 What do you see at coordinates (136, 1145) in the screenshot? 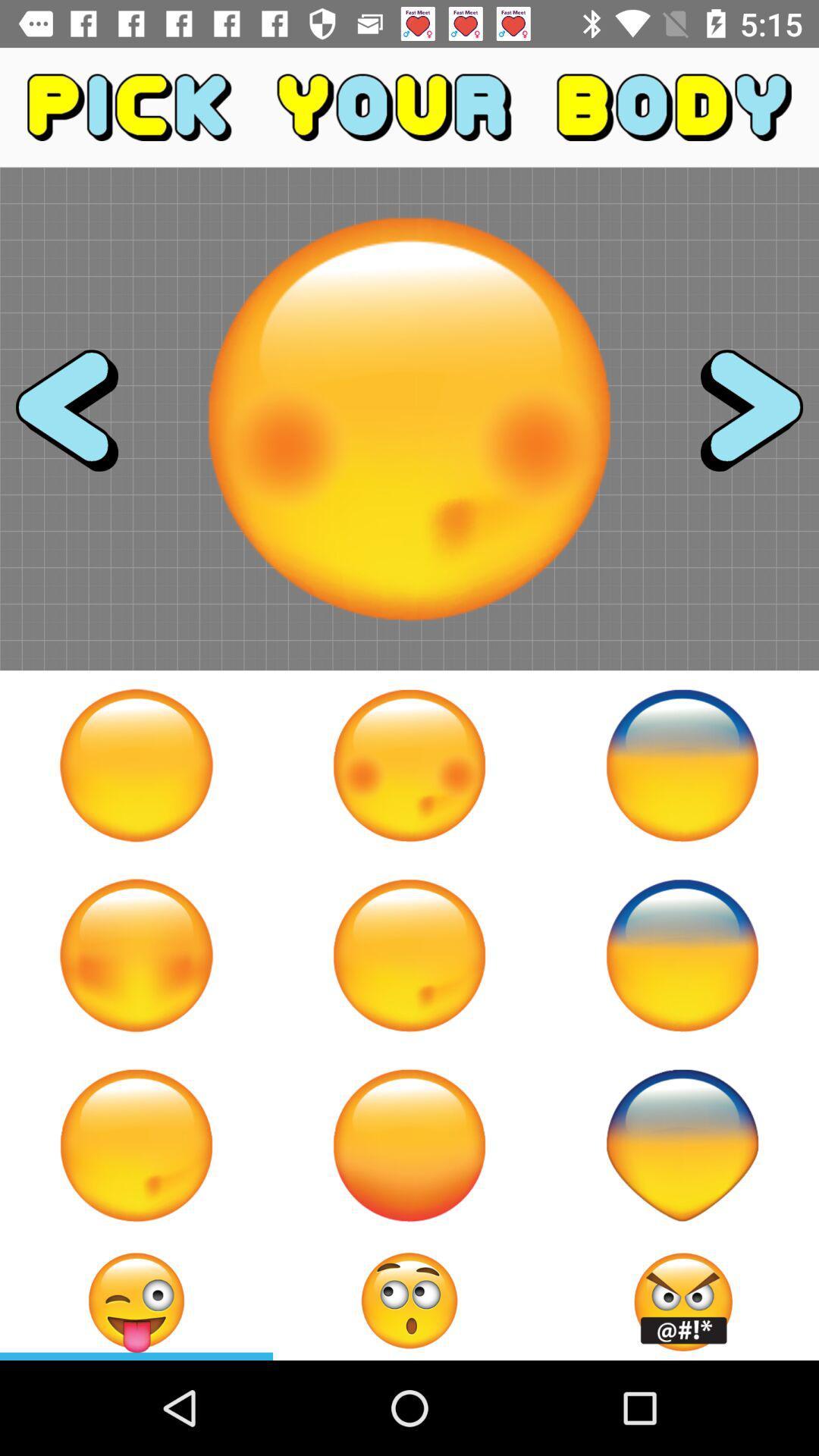
I see `emoticon` at bounding box center [136, 1145].